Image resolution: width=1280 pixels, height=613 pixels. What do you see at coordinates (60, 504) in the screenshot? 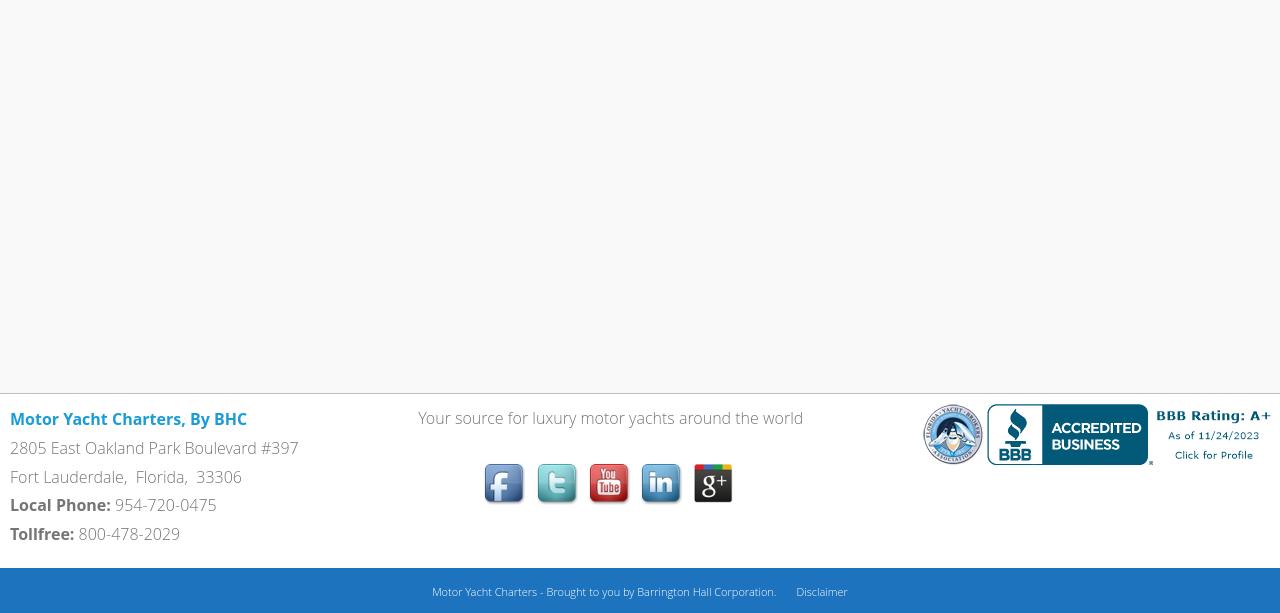
I see `'Local Phone:'` at bounding box center [60, 504].